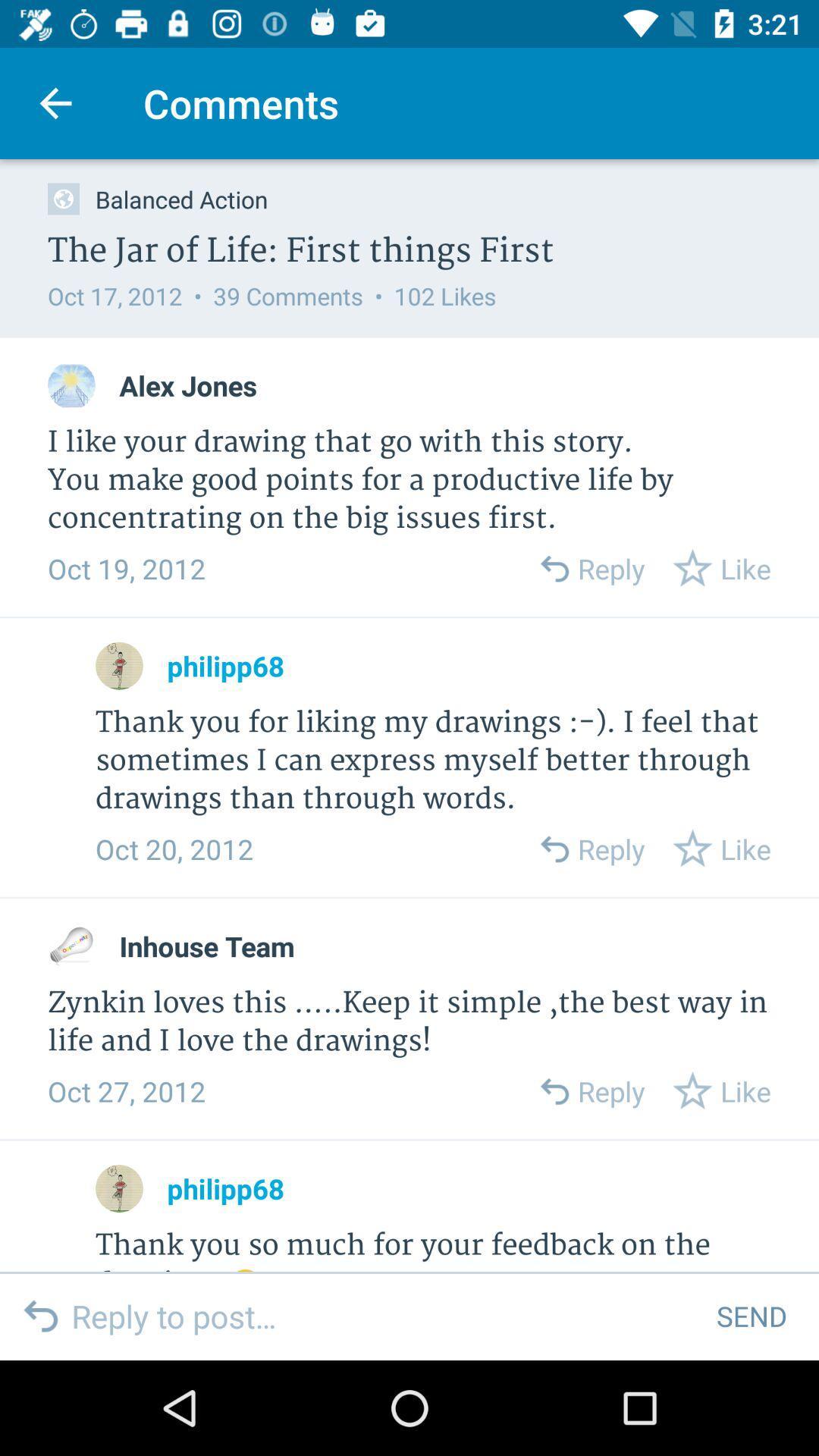  Describe the element at coordinates (554, 1090) in the screenshot. I see `forward` at that location.